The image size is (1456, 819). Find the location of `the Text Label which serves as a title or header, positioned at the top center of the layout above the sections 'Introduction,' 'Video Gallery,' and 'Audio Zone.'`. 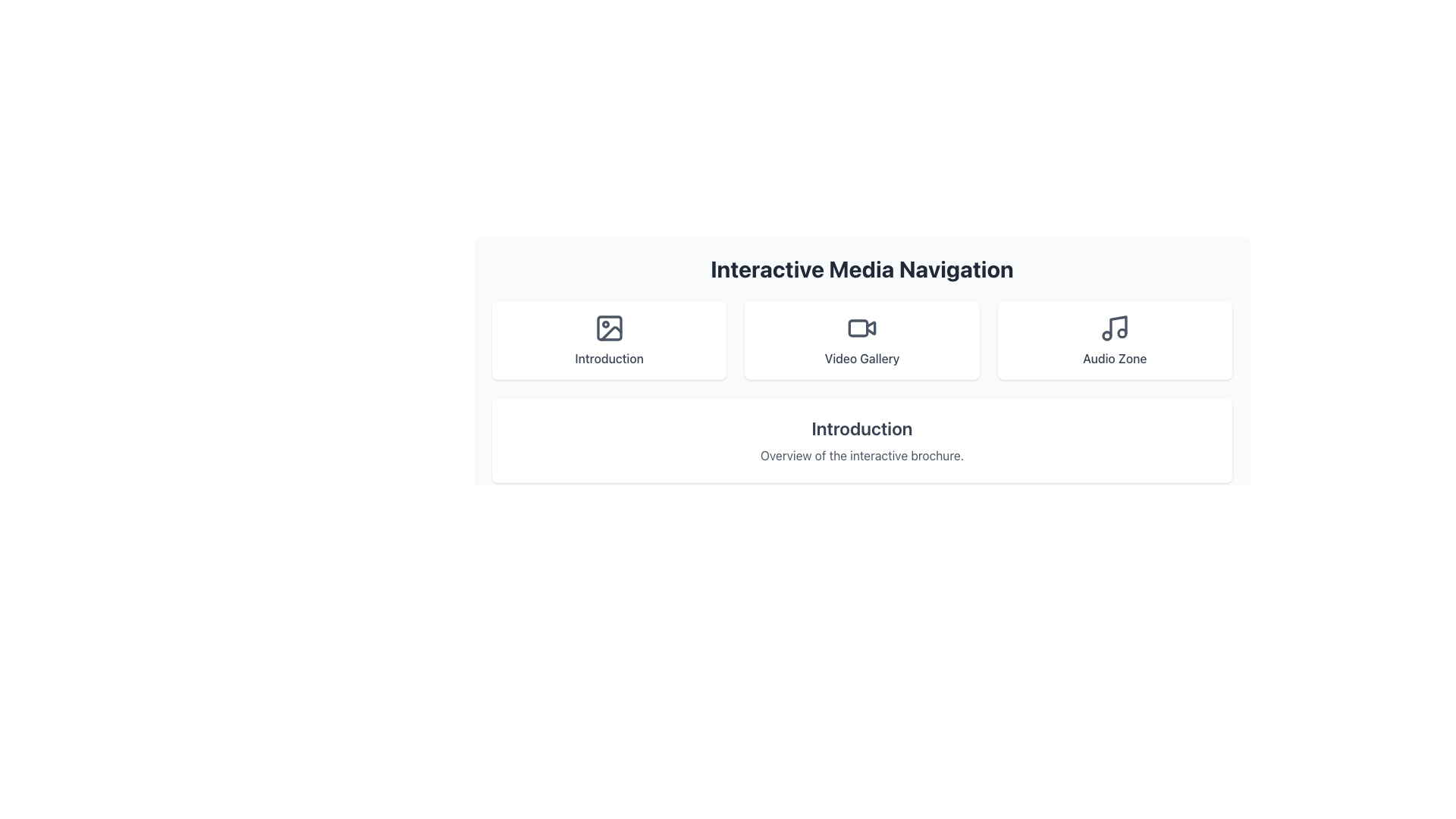

the Text Label which serves as a title or header, positioned at the top center of the layout above the sections 'Introduction,' 'Video Gallery,' and 'Audio Zone.' is located at coordinates (862, 268).